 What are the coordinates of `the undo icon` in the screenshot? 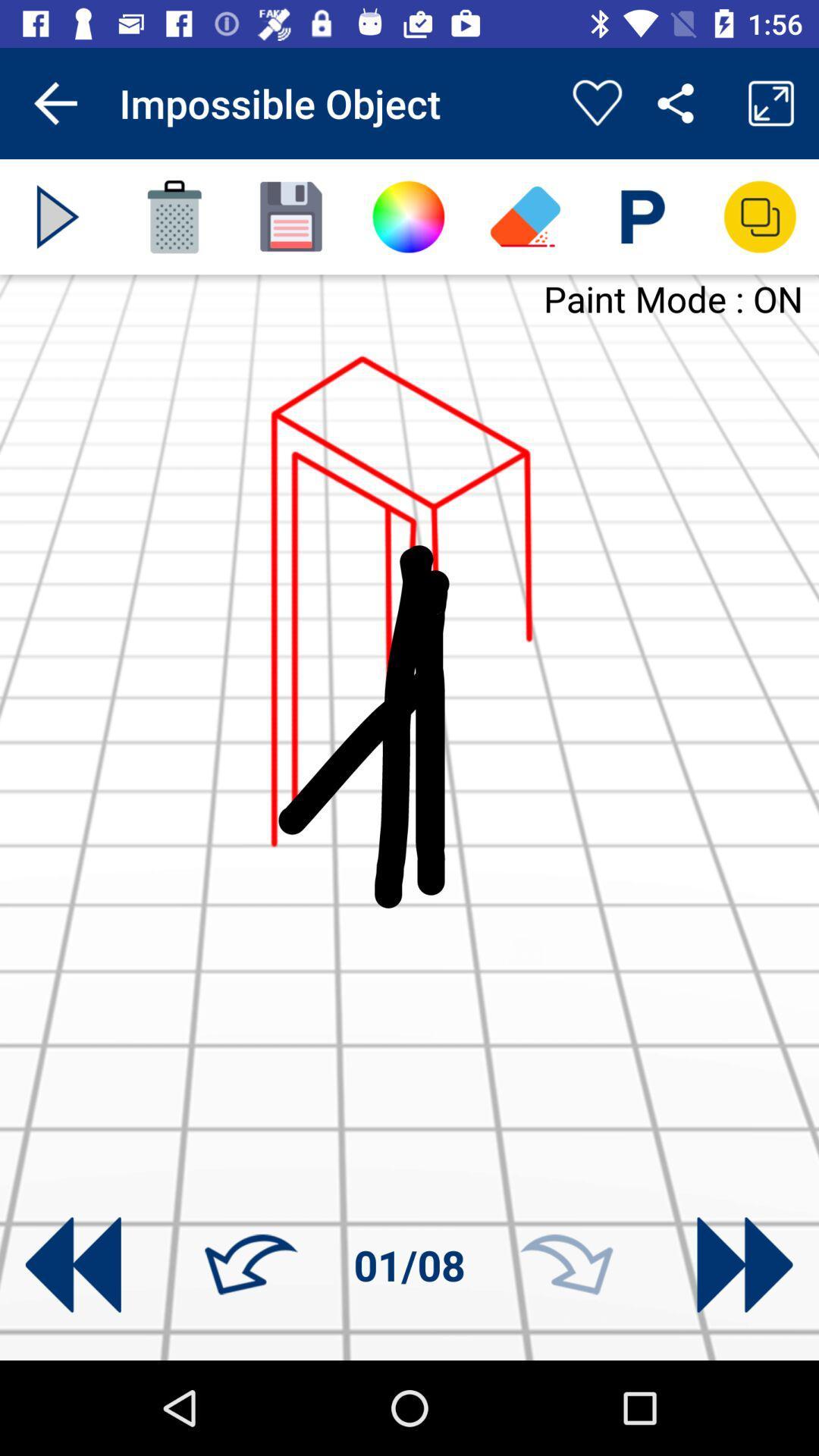 It's located at (250, 1265).